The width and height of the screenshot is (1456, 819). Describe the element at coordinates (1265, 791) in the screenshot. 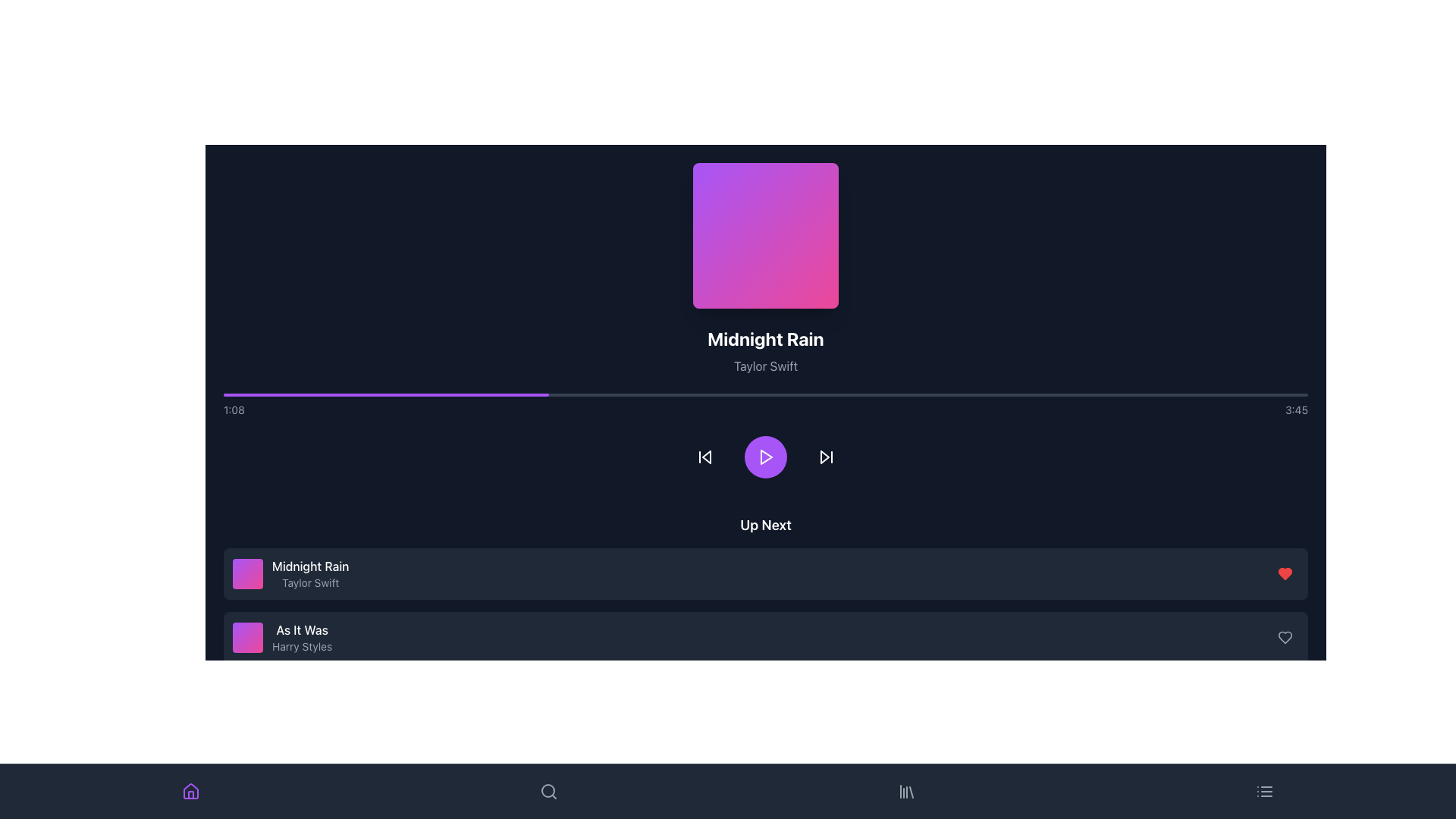

I see `the small icon resembling a list, characterized by three horizontal lines with dots, located on the far right side of the bottom navigation bar` at that location.